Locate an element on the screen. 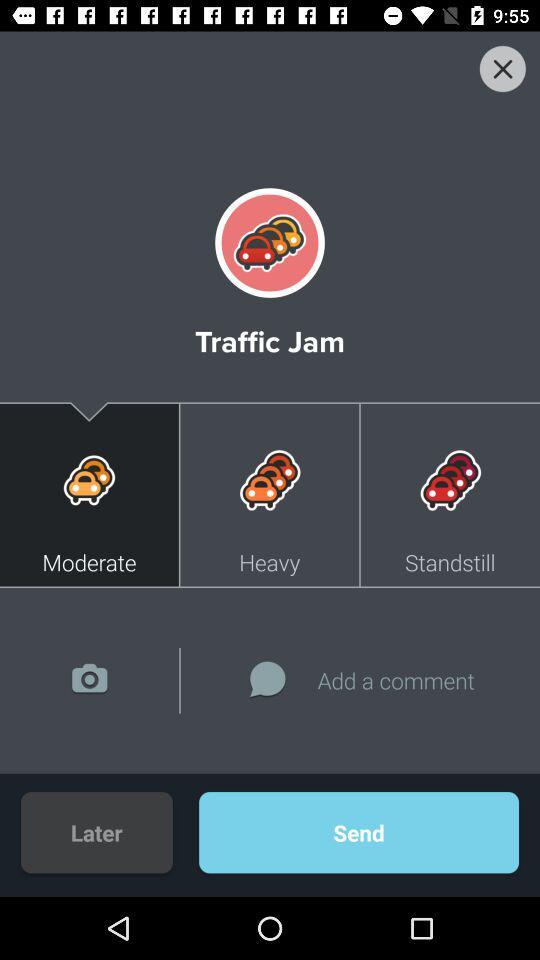 The width and height of the screenshot is (540, 960). icon on the left side of heavy is located at coordinates (88, 480).